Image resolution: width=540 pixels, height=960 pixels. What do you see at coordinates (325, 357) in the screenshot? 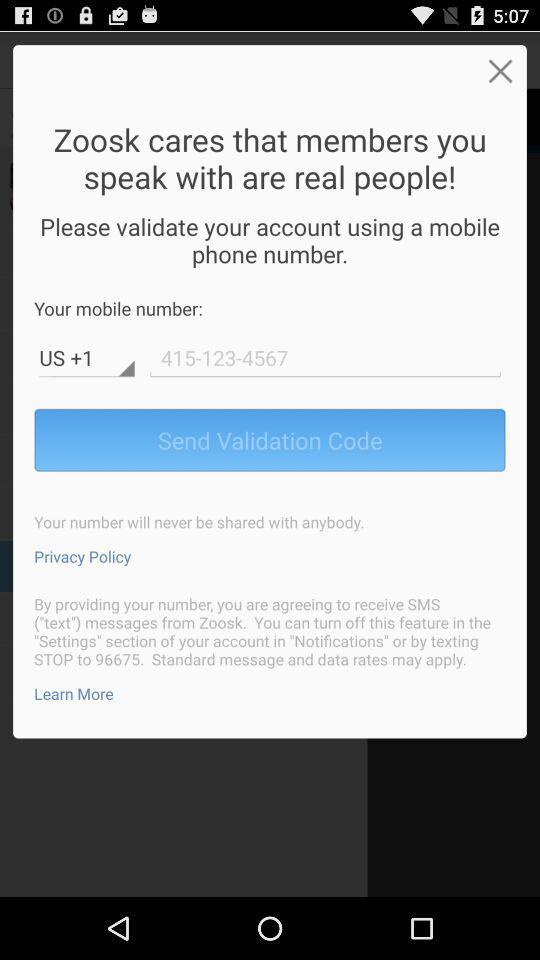
I see `zoosk date connect find your best match` at bounding box center [325, 357].